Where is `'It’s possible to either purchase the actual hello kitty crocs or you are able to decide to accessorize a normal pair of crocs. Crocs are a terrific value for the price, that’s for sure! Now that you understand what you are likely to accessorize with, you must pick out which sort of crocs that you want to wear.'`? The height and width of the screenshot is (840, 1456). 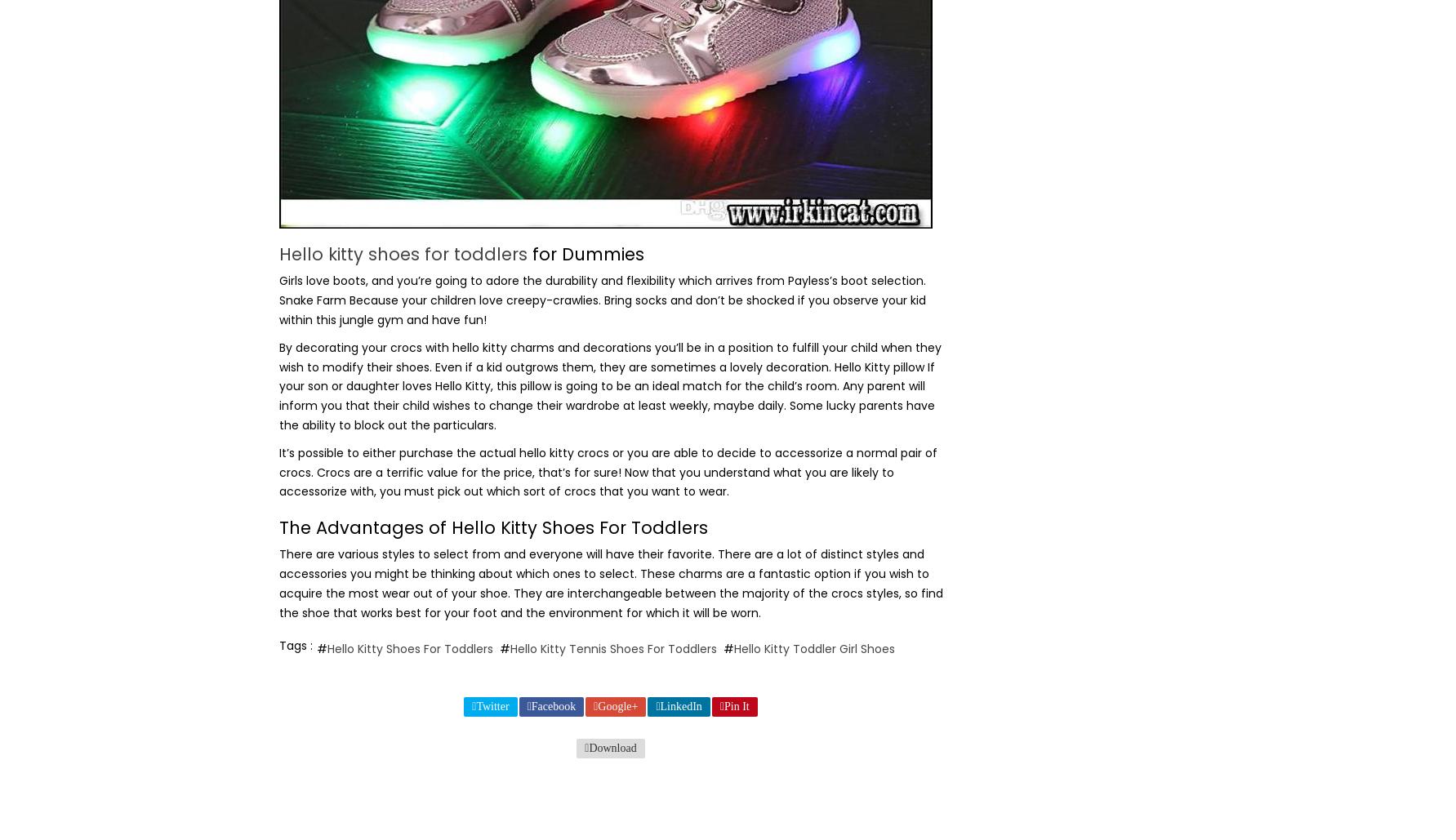
'It’s possible to either purchase the actual hello kitty crocs or you are able to decide to accessorize a normal pair of crocs. Crocs are a terrific value for the price, that’s for sure! Now that you understand what you are likely to accessorize with, you must pick out which sort of crocs that you want to wear.' is located at coordinates (607, 470).